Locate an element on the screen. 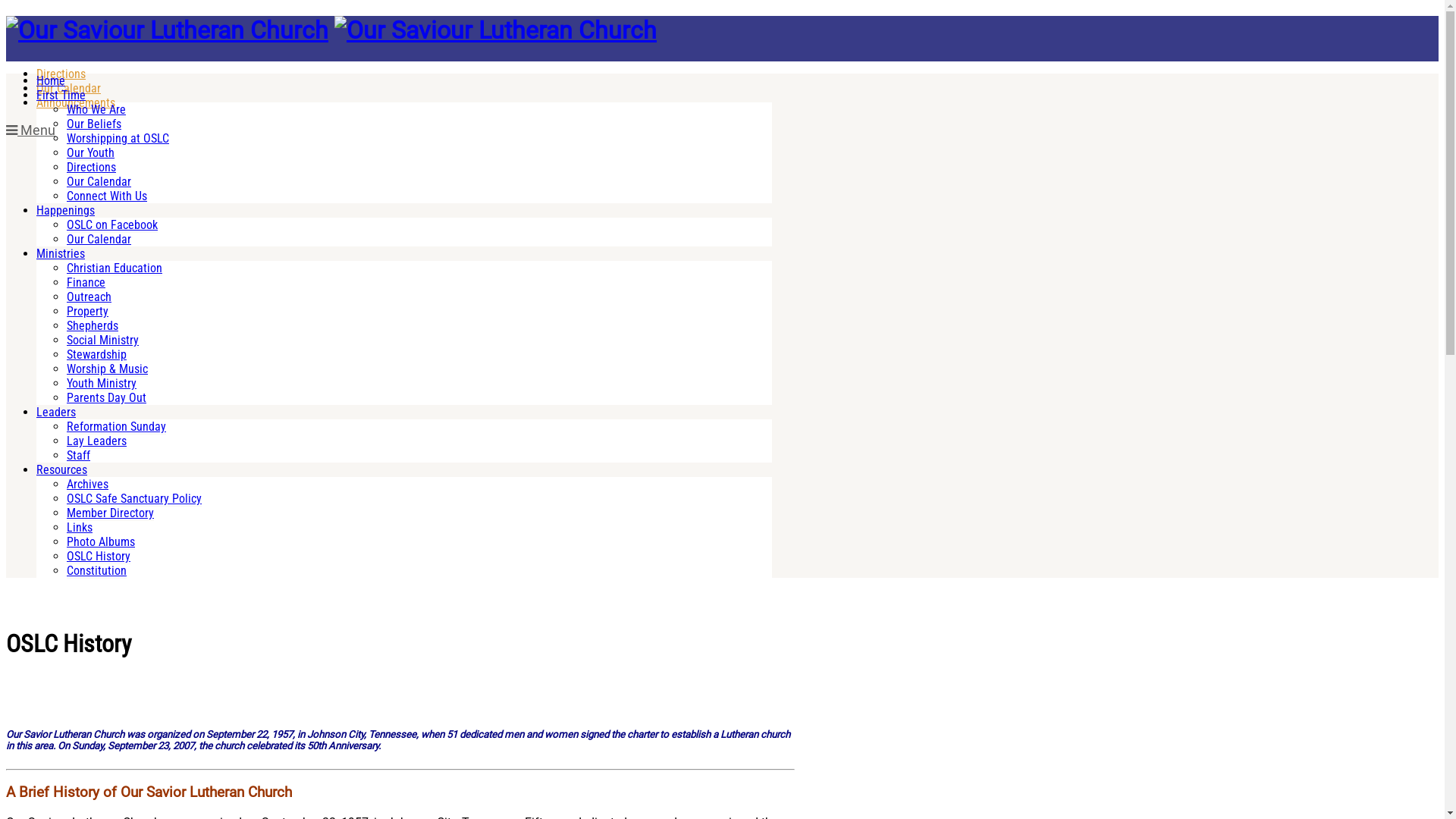 Image resolution: width=1456 pixels, height=819 pixels. 'Announcements' is located at coordinates (75, 102).